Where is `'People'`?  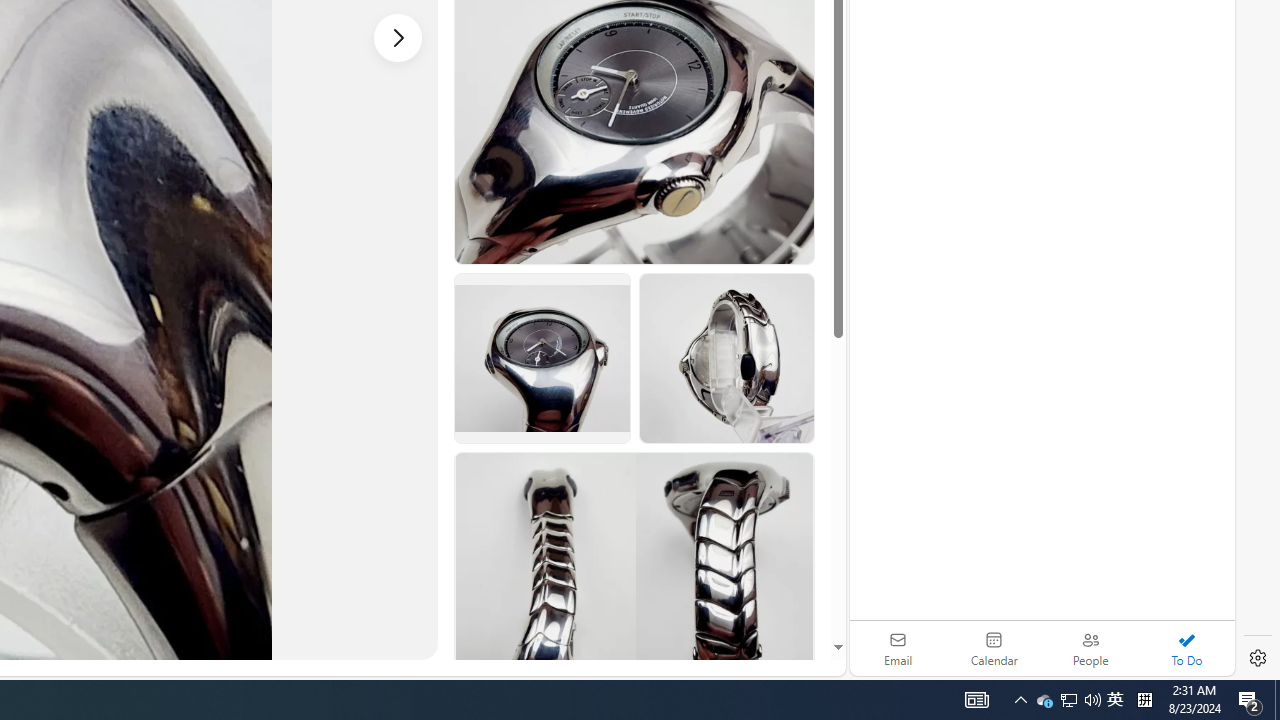
'People' is located at coordinates (1089, 648).